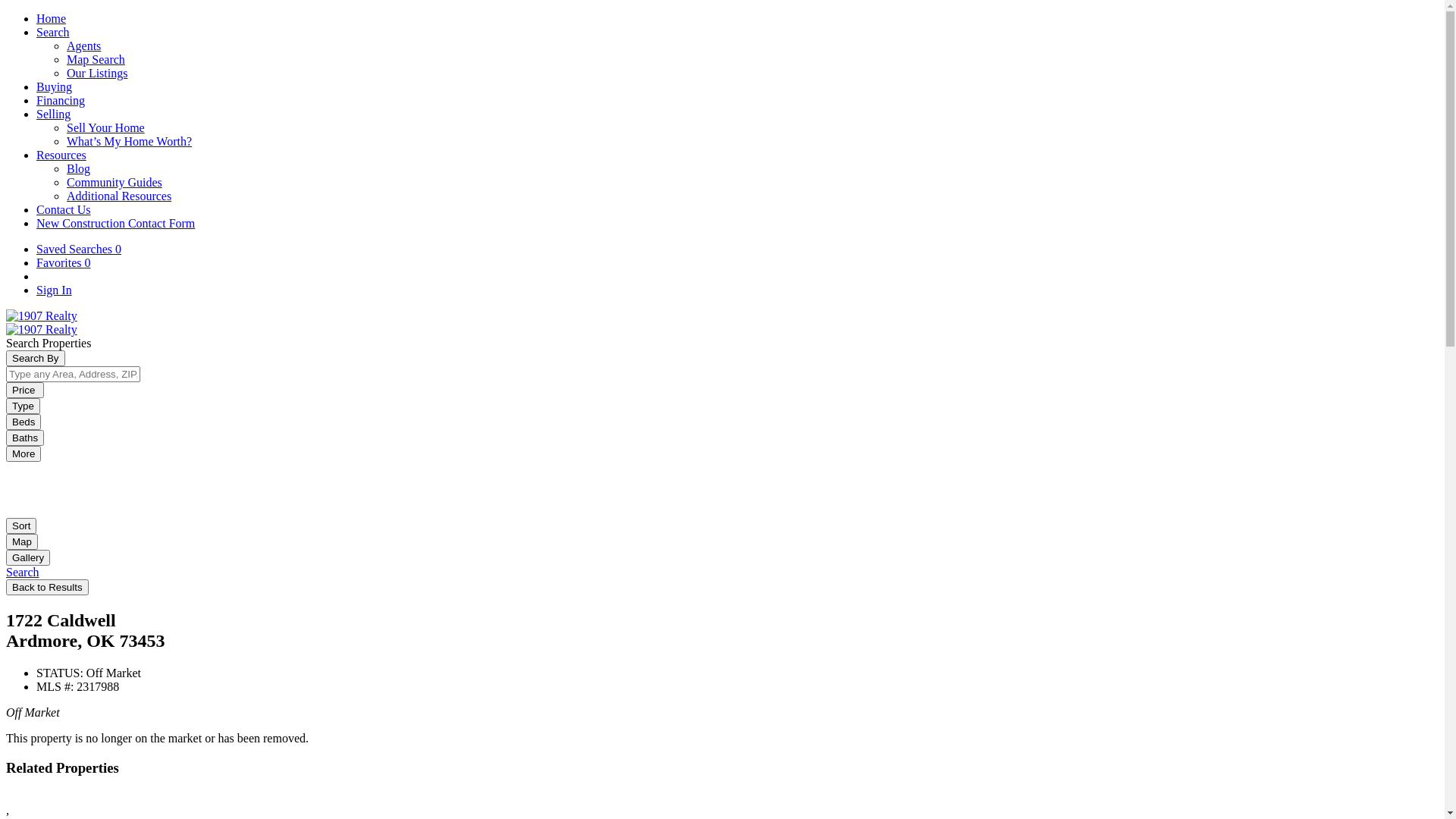 The width and height of the screenshot is (1456, 819). Describe the element at coordinates (65, 195) in the screenshot. I see `'Additional Resources'` at that location.